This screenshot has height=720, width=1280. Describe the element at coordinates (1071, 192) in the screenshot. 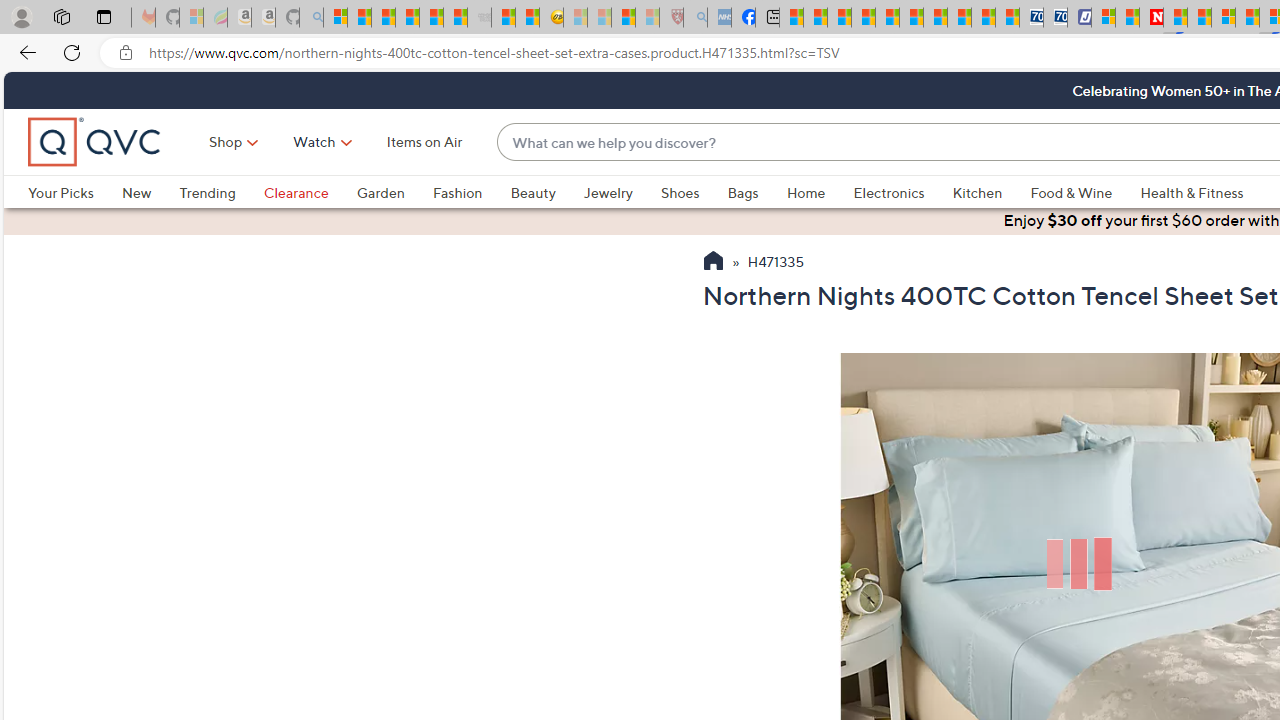

I see `'Food & Wine'` at that location.